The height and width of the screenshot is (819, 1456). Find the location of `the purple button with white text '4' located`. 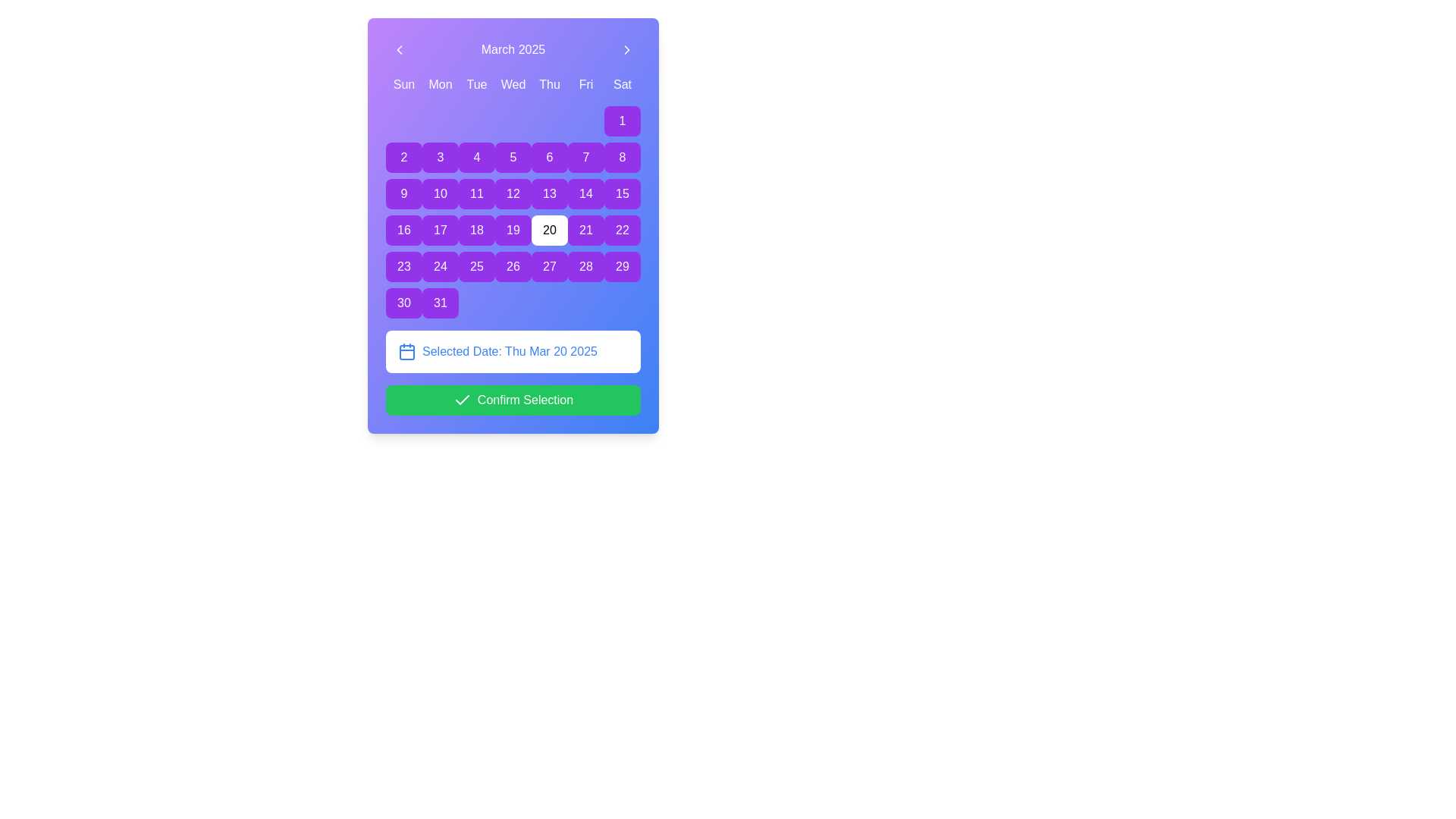

the purple button with white text '4' located is located at coordinates (475, 158).